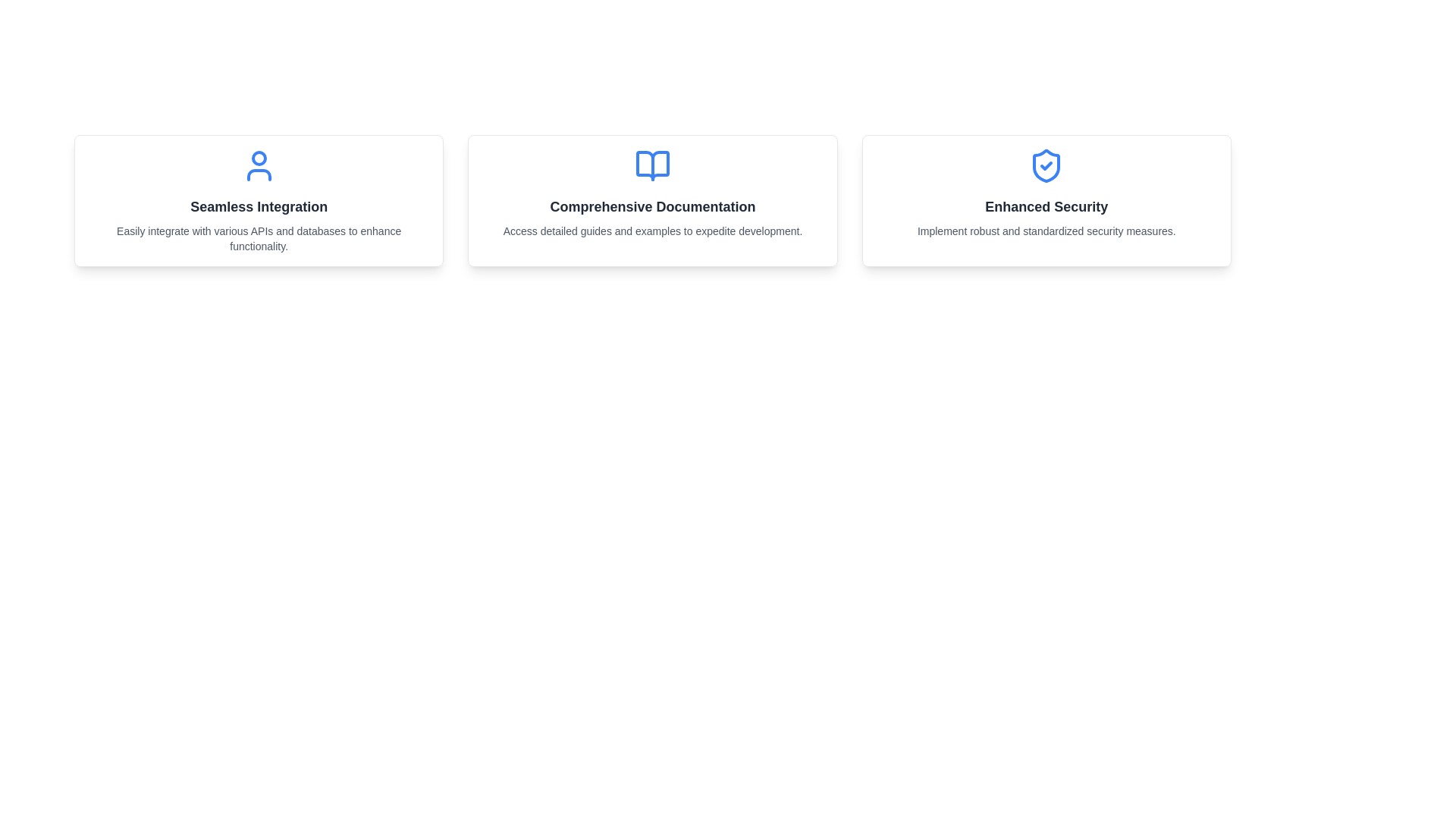 Image resolution: width=1456 pixels, height=819 pixels. I want to click on the Informational Card titled 'Seamless Integration' which features a user silhouette icon at the top center and is located in the first column of the grid, so click(259, 200).